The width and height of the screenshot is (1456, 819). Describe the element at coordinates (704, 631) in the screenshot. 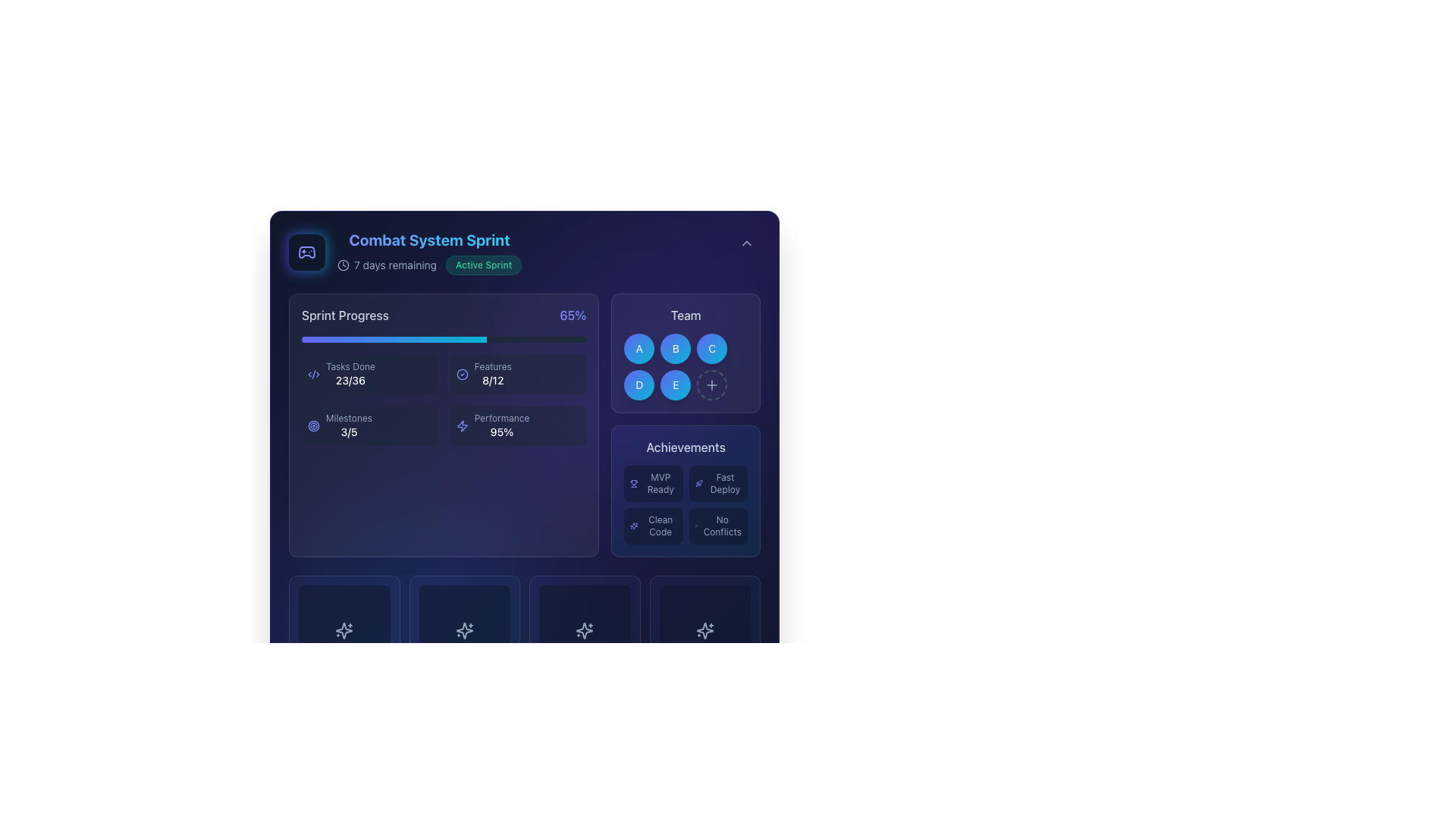

I see `the sparkles SVG icon located in the second row, last column of the grid below the 'Achievements' section` at that location.